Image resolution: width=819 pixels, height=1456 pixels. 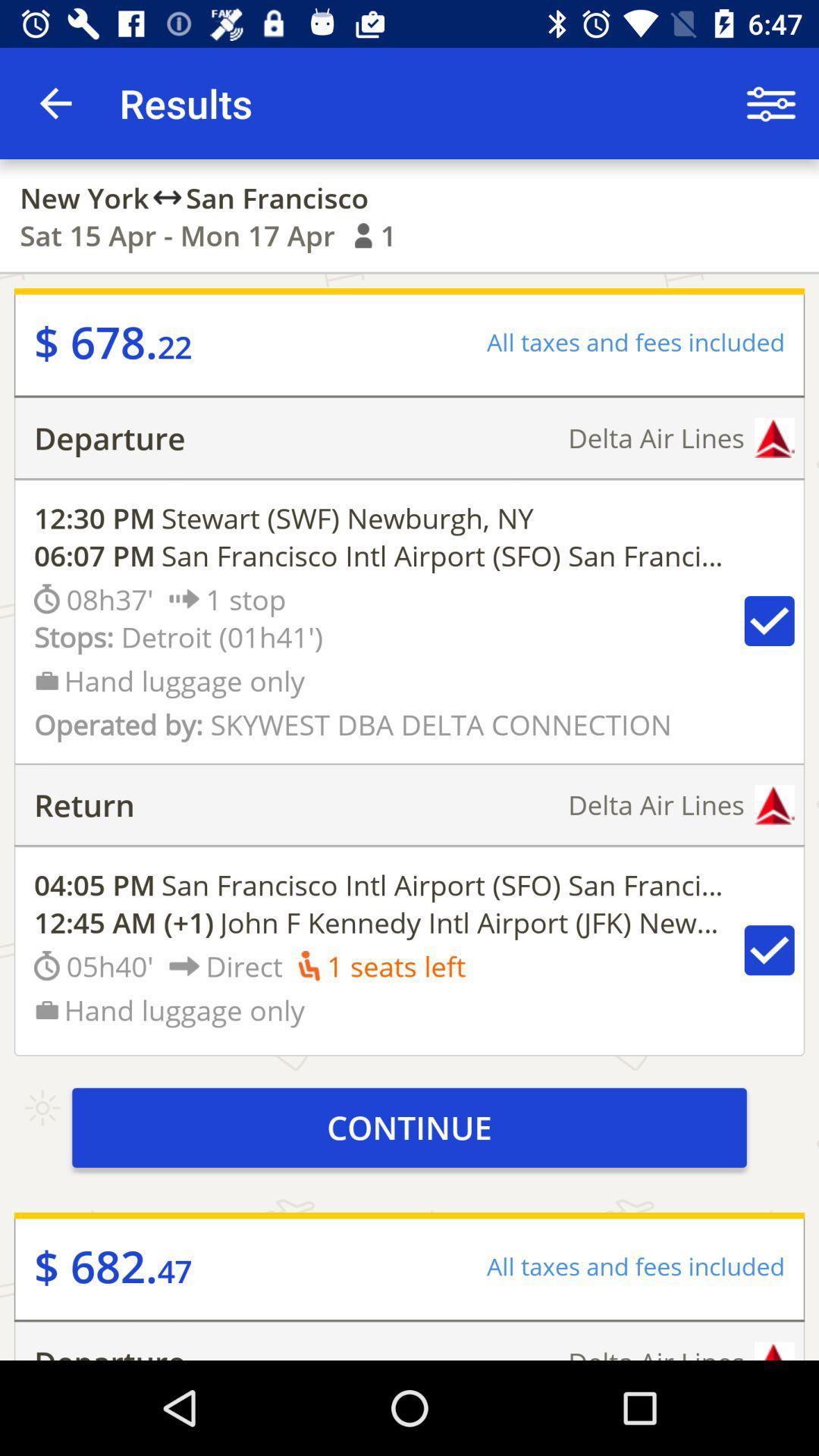 I want to click on item next to the results item, so click(x=771, y=102).